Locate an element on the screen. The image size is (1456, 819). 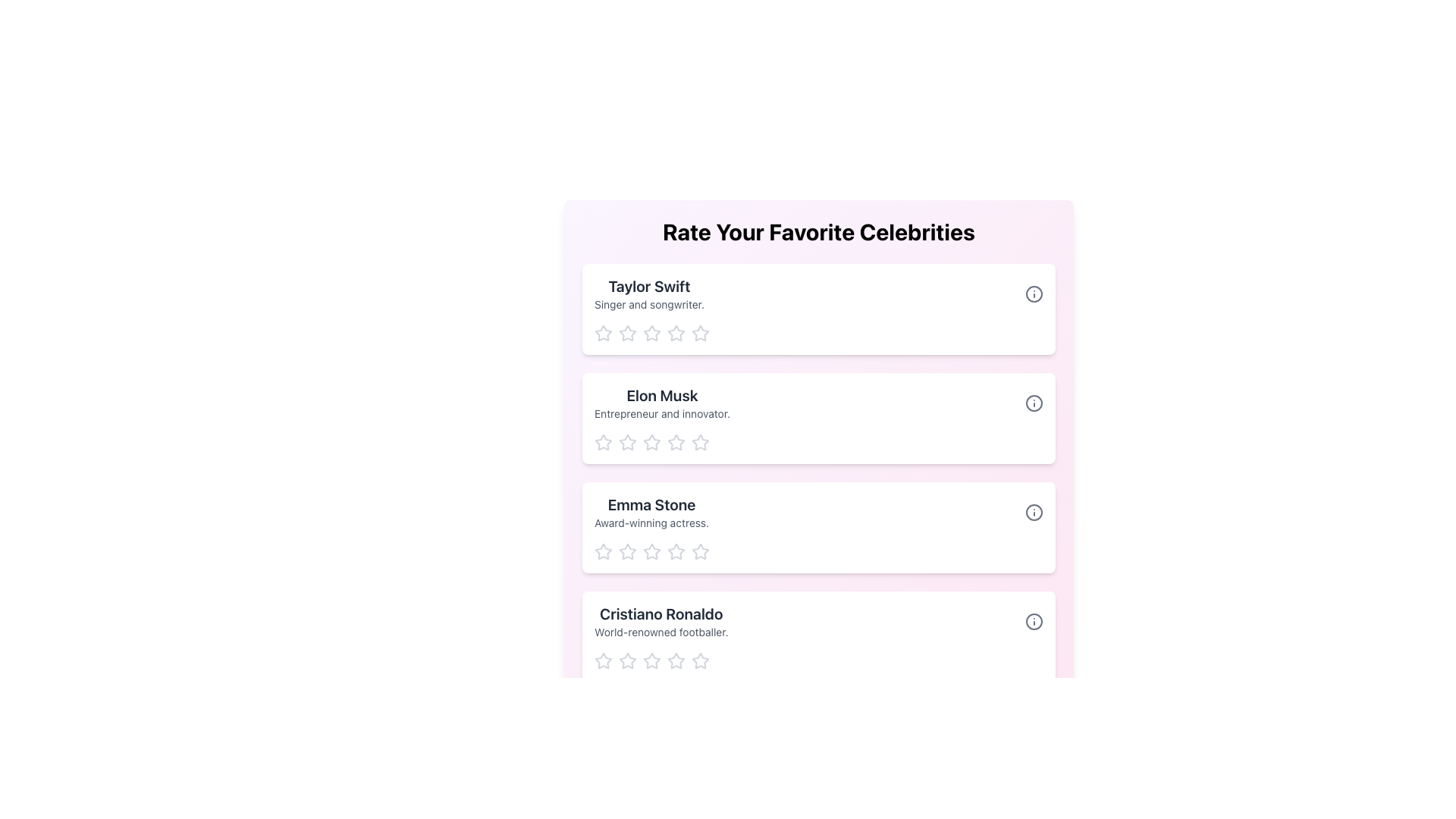
the first star in the horizontal sequence of rating stars for 'Cristiano Ronaldo' is located at coordinates (603, 660).